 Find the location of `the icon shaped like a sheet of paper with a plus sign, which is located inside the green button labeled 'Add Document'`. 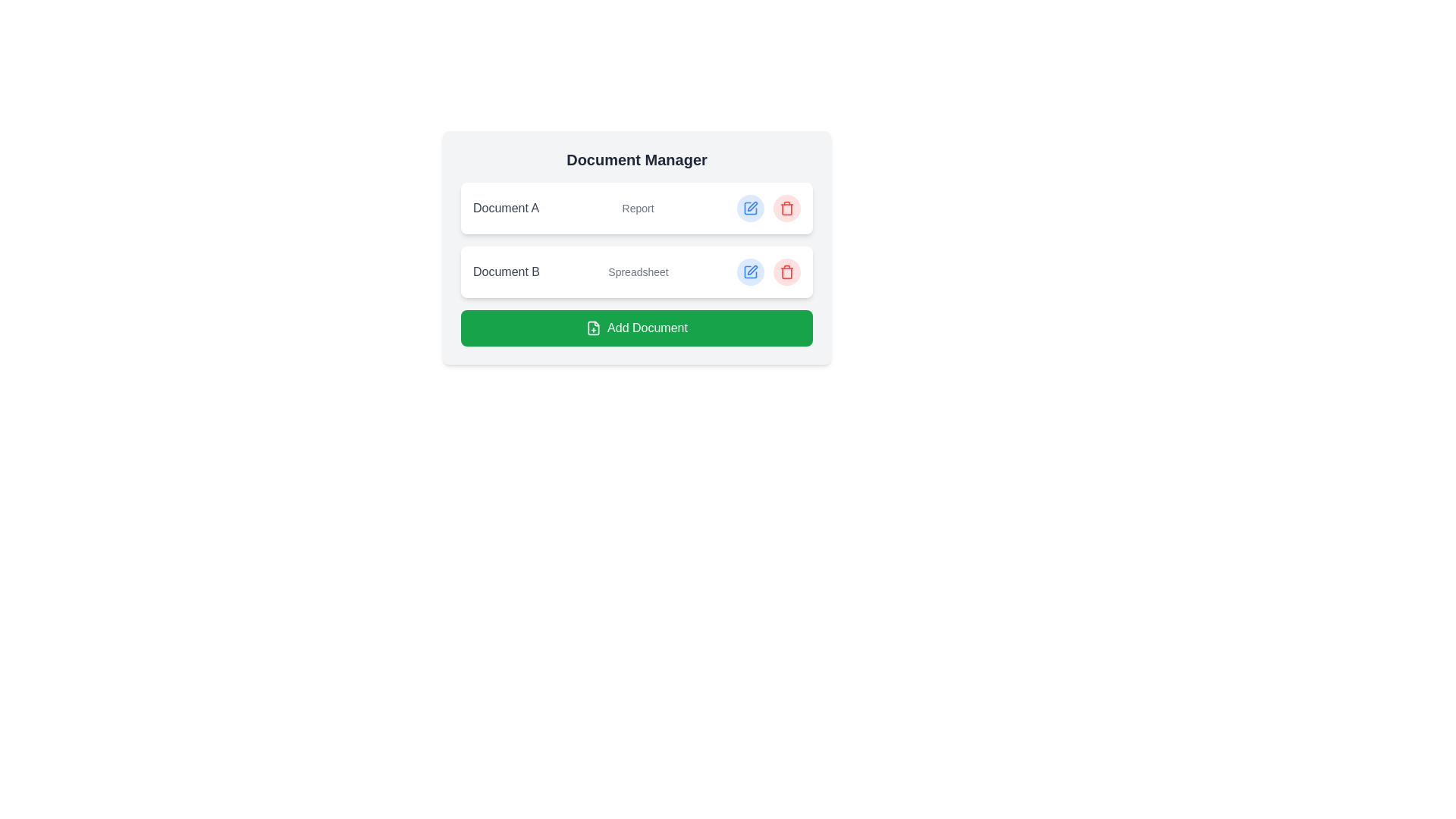

the icon shaped like a sheet of paper with a plus sign, which is located inside the green button labeled 'Add Document' is located at coordinates (593, 327).